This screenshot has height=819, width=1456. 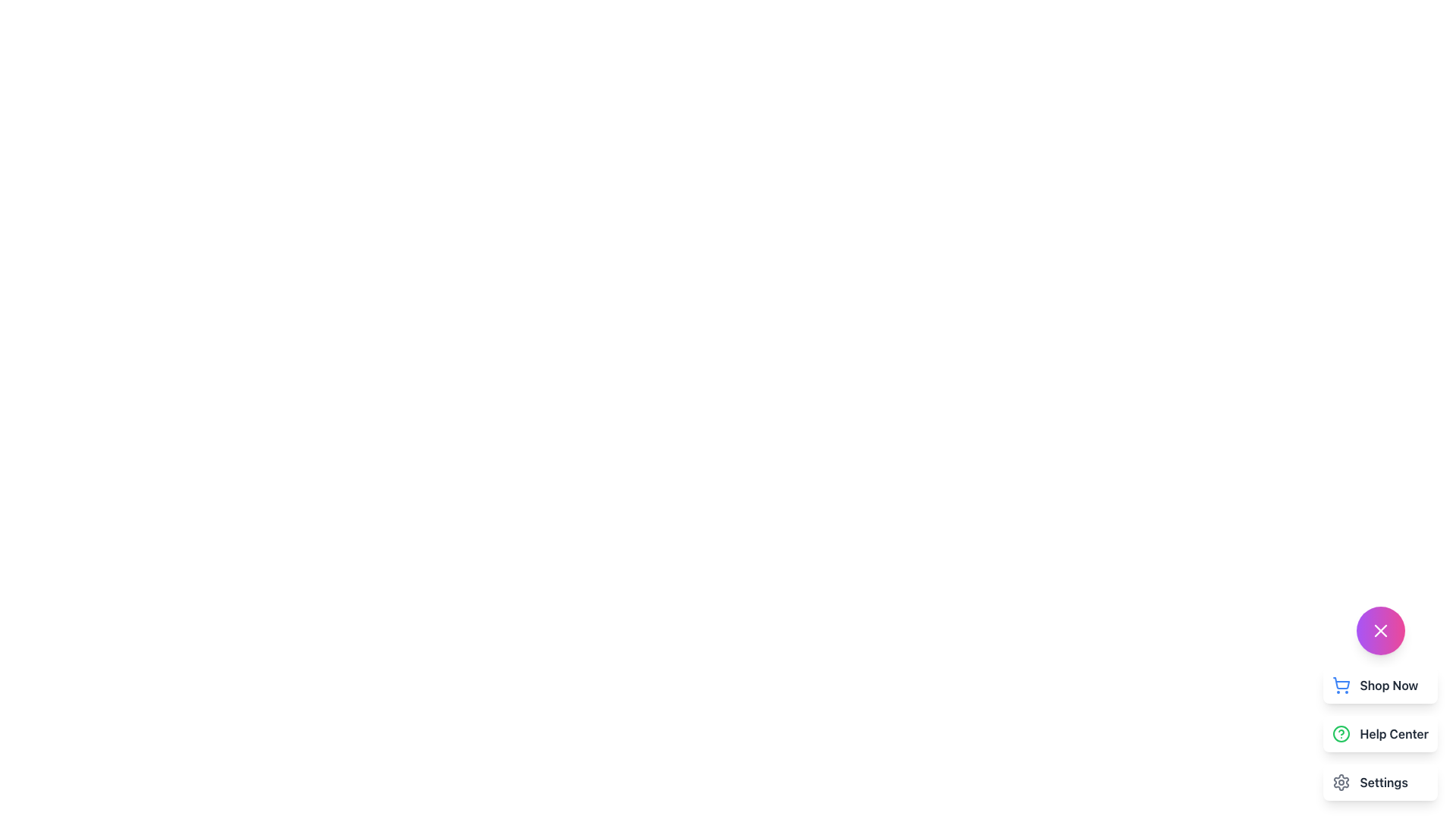 I want to click on the Settings gear icon, which is a gear-shaped icon located at the bottom-right corner panel, below the Help Center option, so click(x=1341, y=783).